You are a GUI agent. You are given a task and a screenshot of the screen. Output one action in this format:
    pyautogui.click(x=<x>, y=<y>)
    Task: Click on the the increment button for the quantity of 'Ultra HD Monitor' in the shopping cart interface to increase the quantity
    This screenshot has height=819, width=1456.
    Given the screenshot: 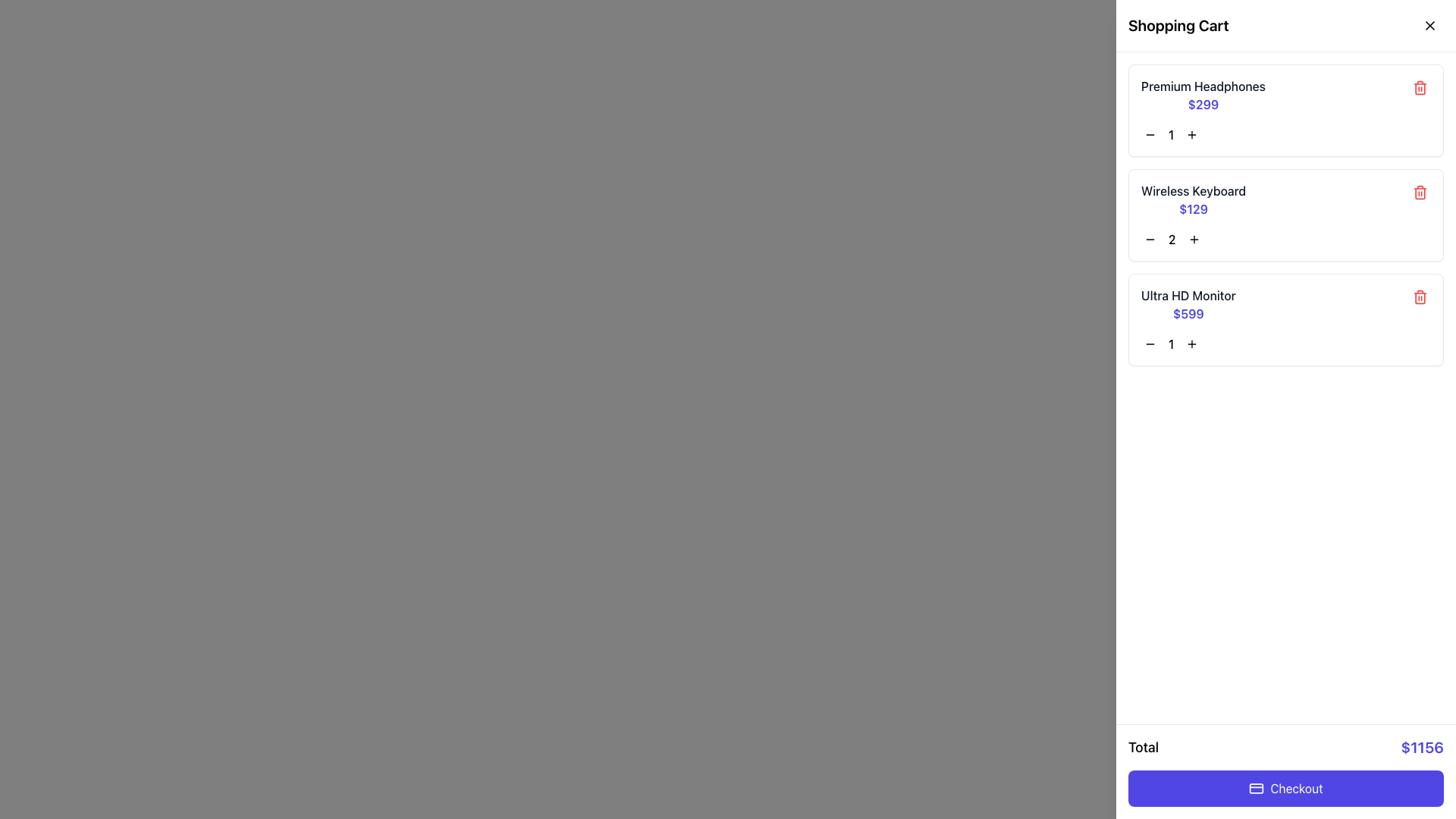 What is the action you would take?
    pyautogui.click(x=1191, y=344)
    